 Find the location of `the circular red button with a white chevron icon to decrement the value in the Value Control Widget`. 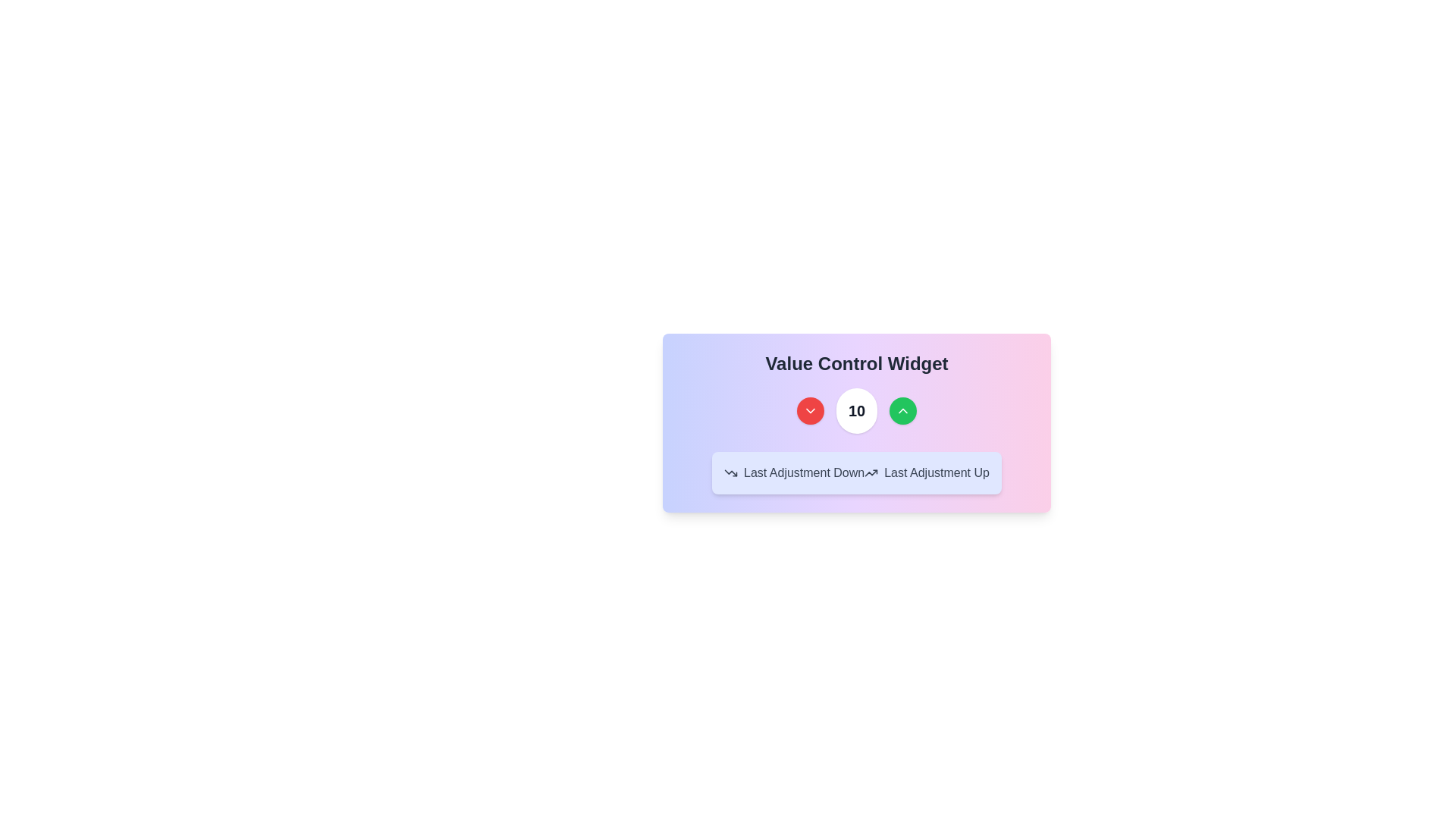

the circular red button with a white chevron icon to decrement the value in the Value Control Widget is located at coordinates (809, 411).